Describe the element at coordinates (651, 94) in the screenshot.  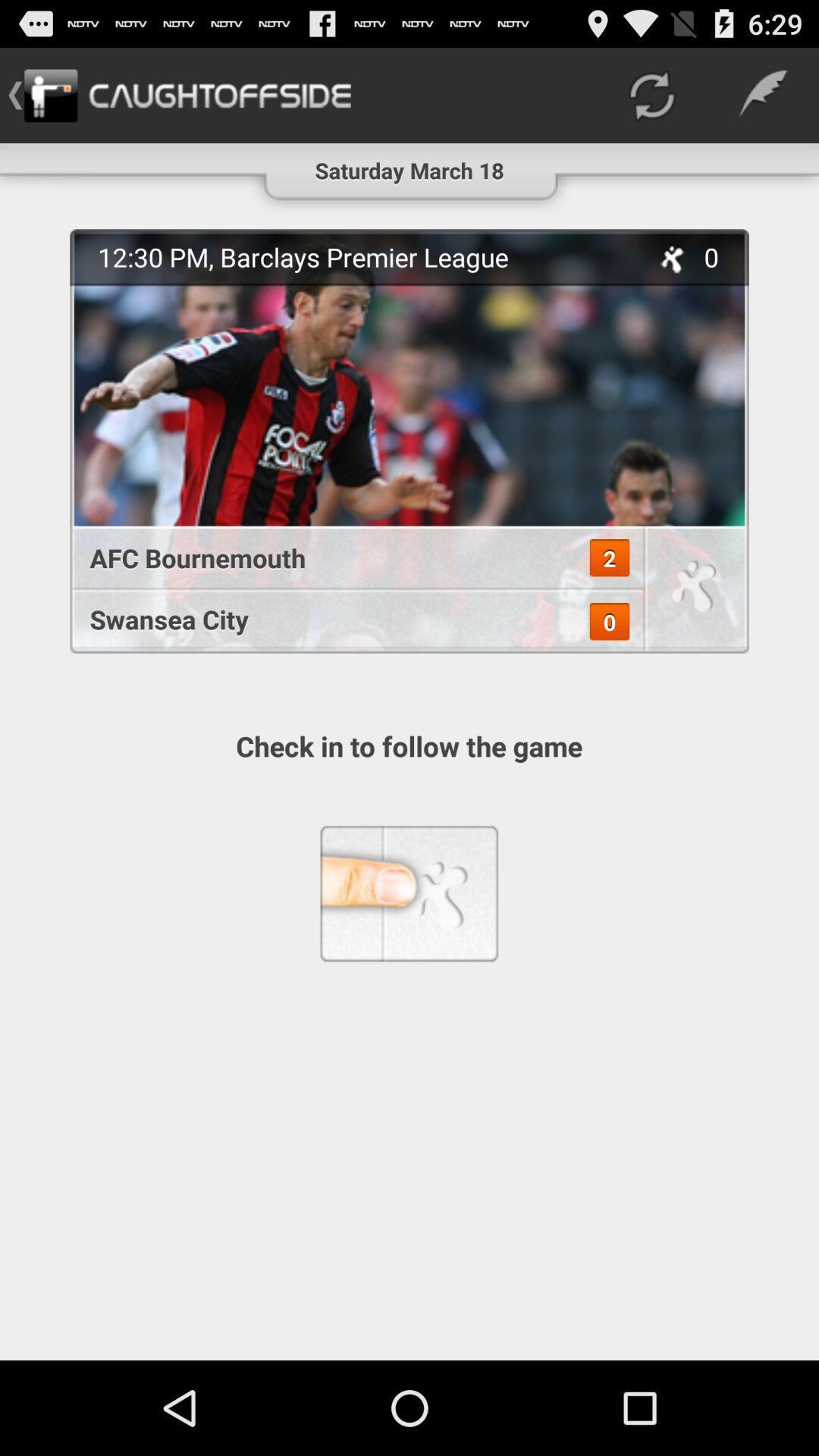
I see `app to the right of the saturday march 18 item` at that location.